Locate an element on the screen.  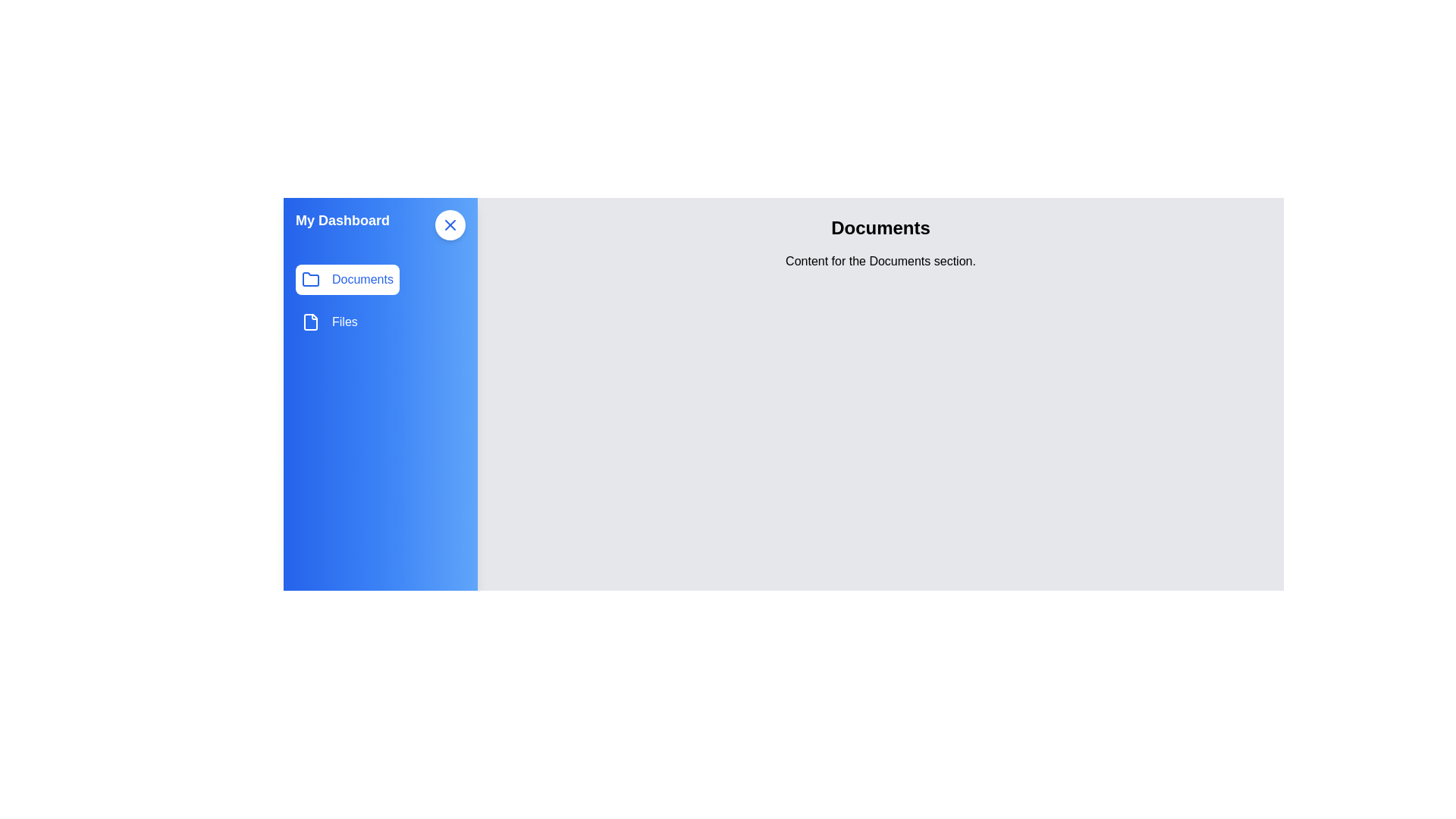
the tab labeled Documents to switch to that section is located at coordinates (346, 280).